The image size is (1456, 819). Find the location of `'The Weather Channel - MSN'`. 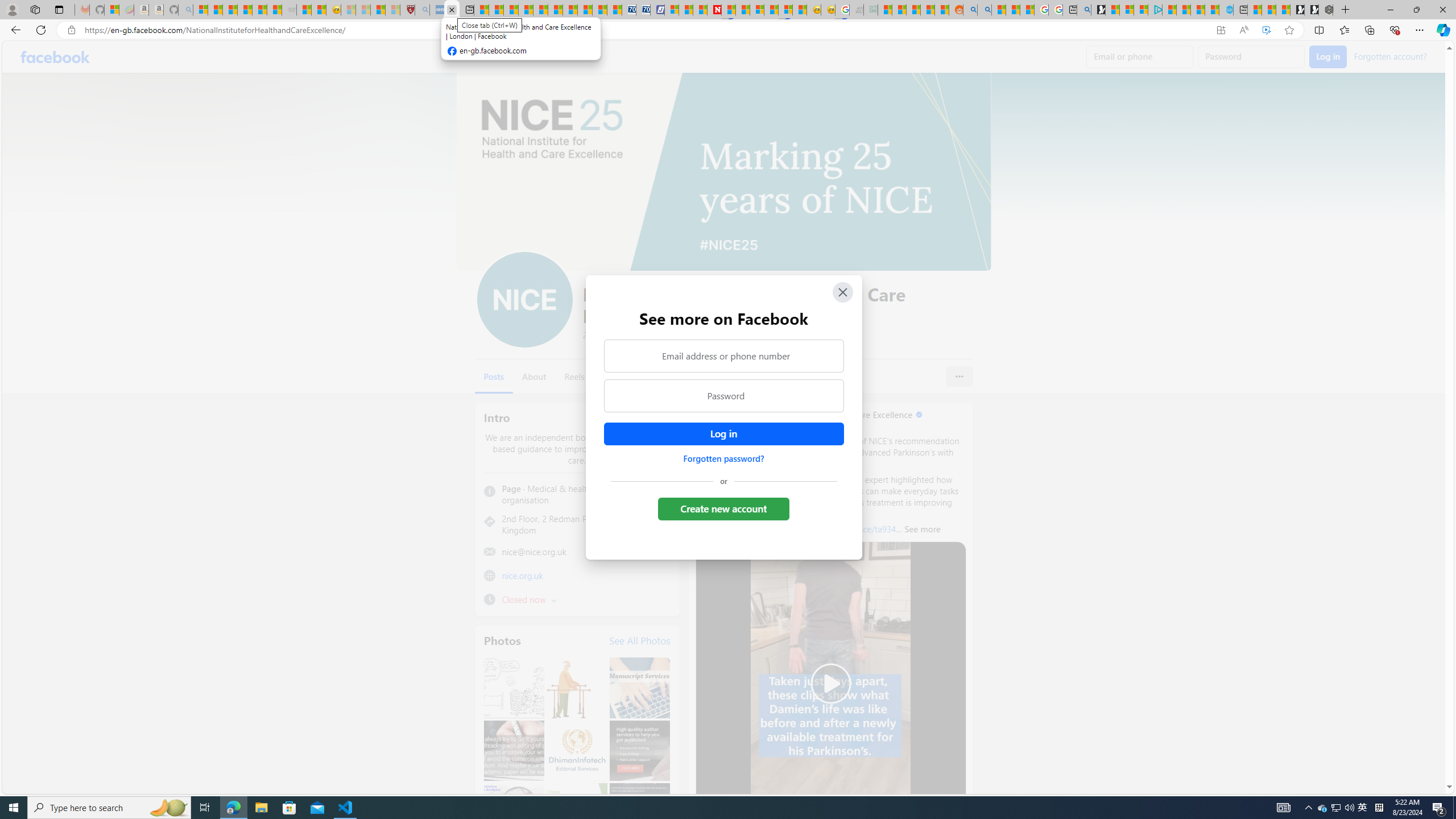

'The Weather Channel - MSN' is located at coordinates (229, 9).